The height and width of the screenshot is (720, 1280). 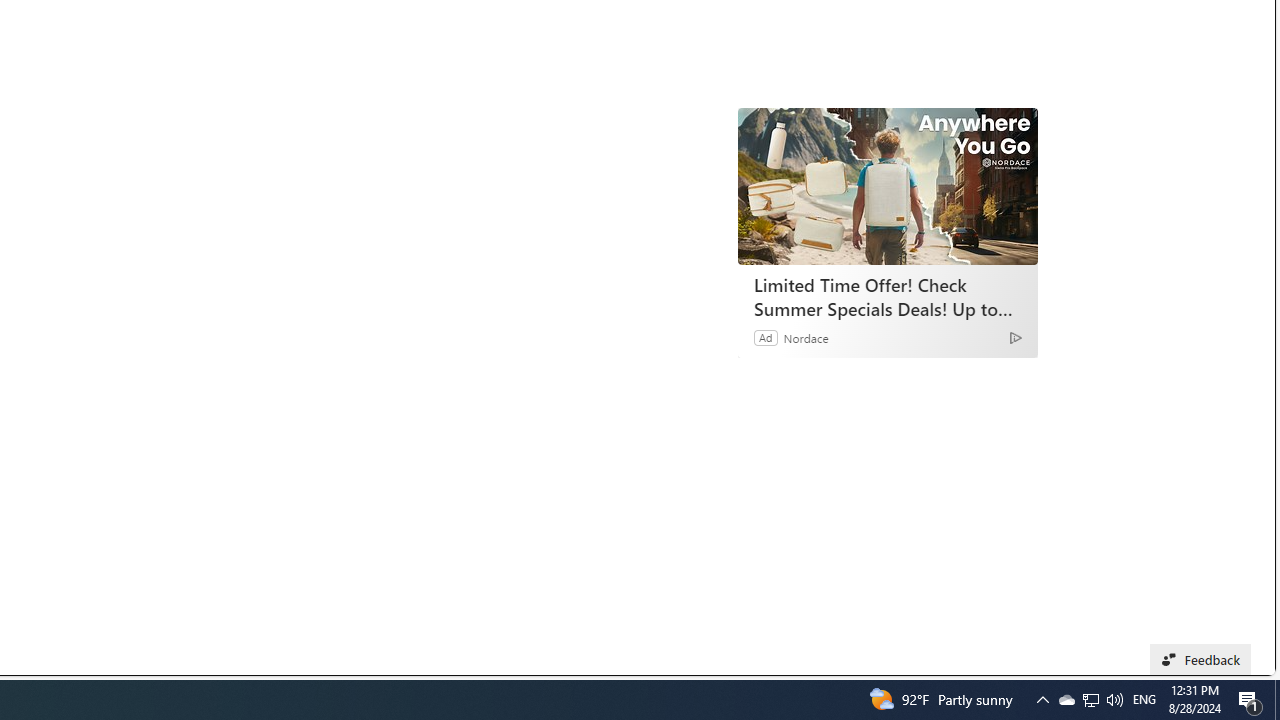 I want to click on 'Feedback', so click(x=1200, y=659).